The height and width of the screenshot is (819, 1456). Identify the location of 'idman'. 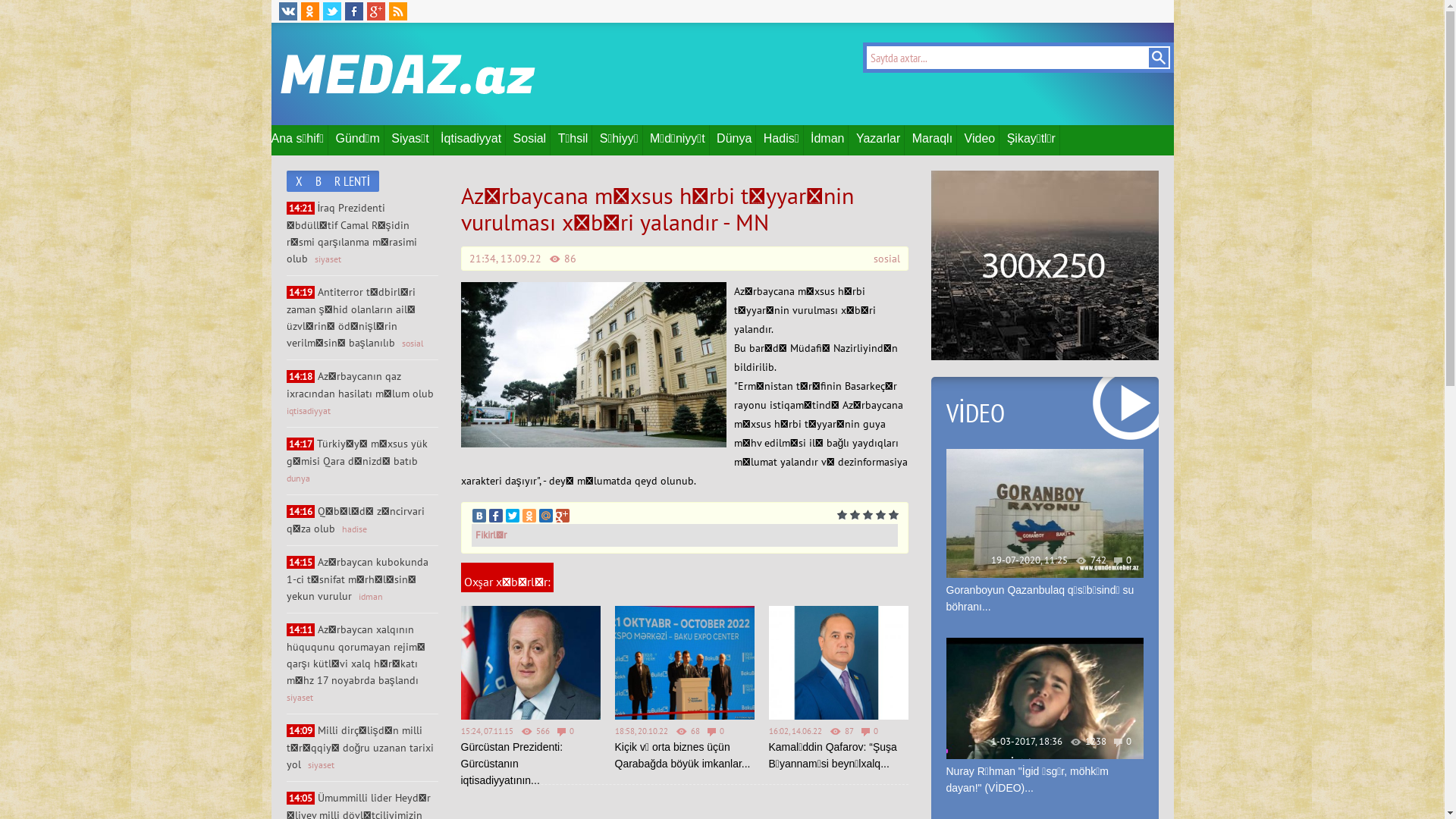
(370, 595).